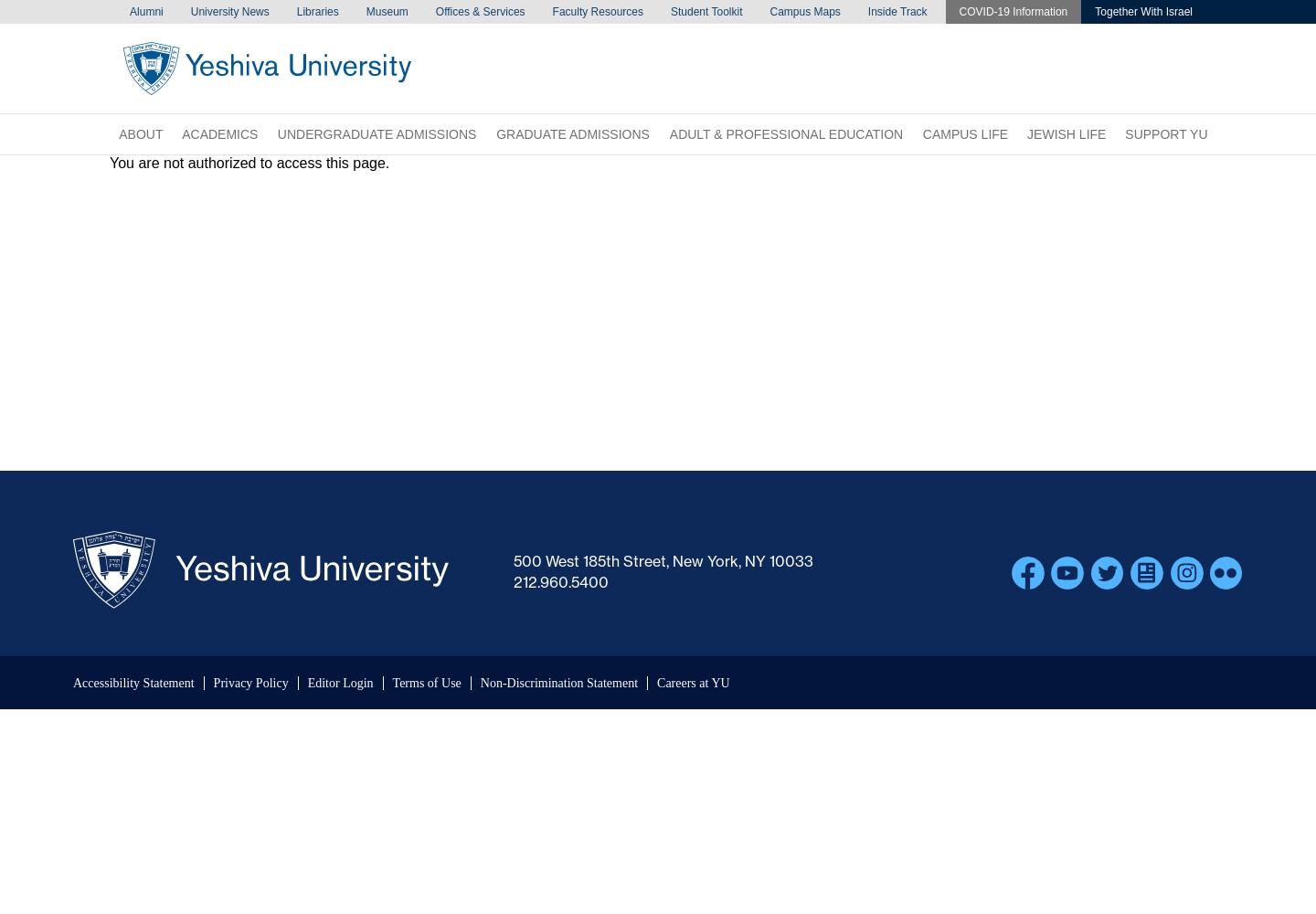 The width and height of the screenshot is (1316, 914). Describe the element at coordinates (1165, 134) in the screenshot. I see `'Support YU'` at that location.